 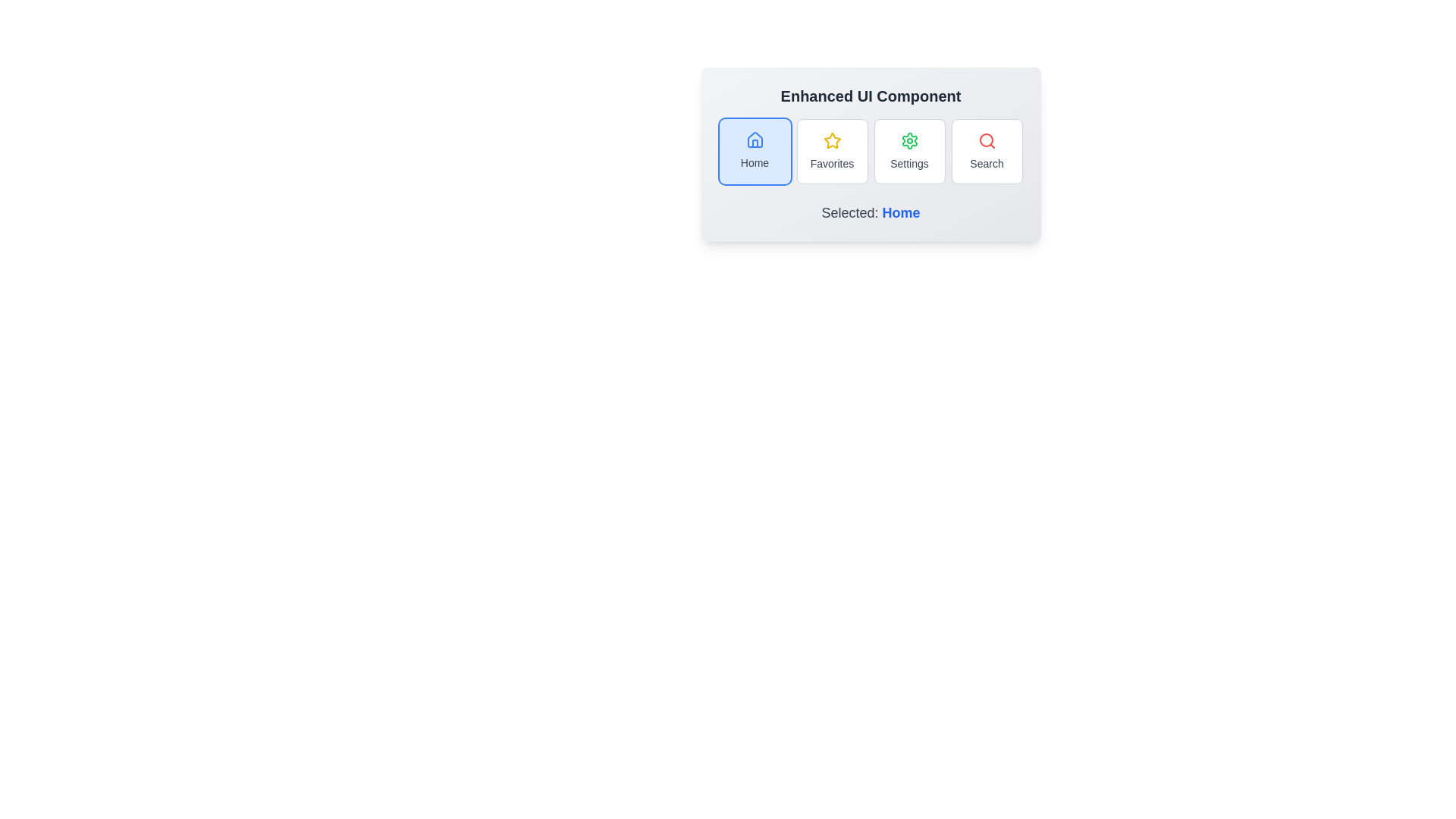 I want to click on the 'Favorites' label, which is styled in gray and located below the yellow star icon within a white card, so click(x=831, y=164).